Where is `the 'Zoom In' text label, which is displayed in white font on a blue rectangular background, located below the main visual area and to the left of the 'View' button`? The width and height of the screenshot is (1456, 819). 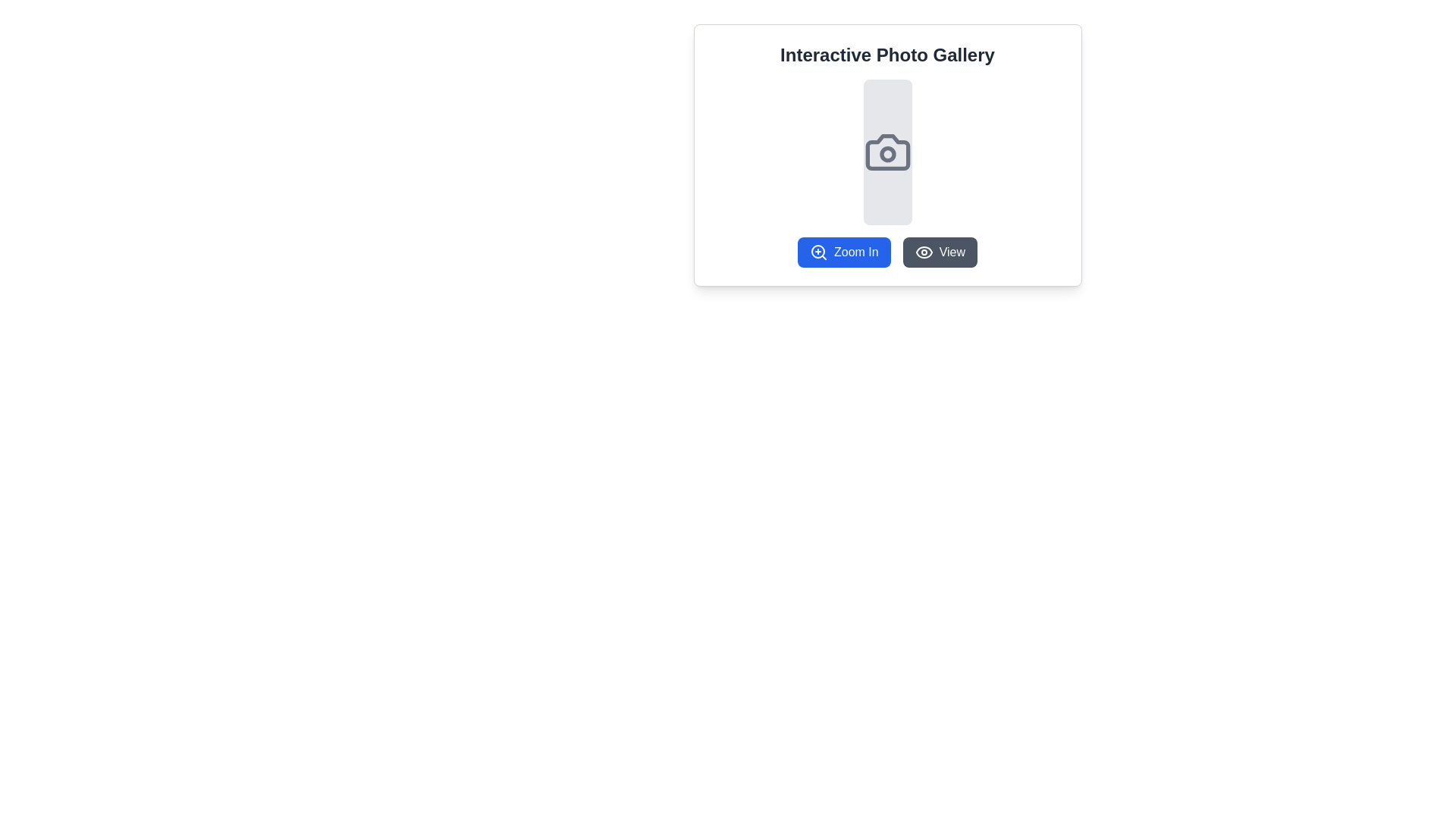
the 'Zoom In' text label, which is displayed in white font on a blue rectangular background, located below the main visual area and to the left of the 'View' button is located at coordinates (856, 251).